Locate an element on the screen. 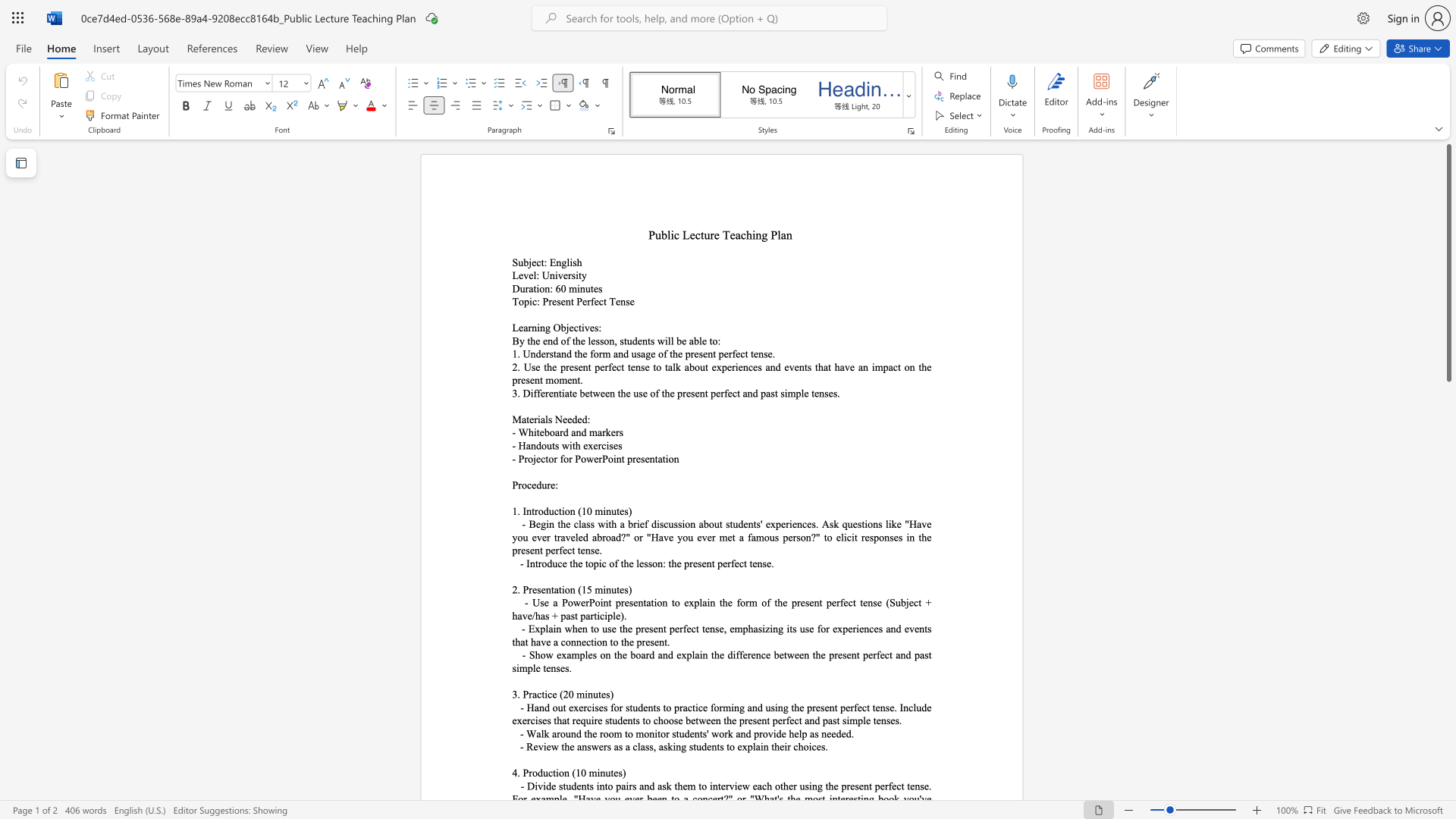 The width and height of the screenshot is (1456, 819). the right-hand scrollbar to descend the page is located at coordinates (1448, 704).